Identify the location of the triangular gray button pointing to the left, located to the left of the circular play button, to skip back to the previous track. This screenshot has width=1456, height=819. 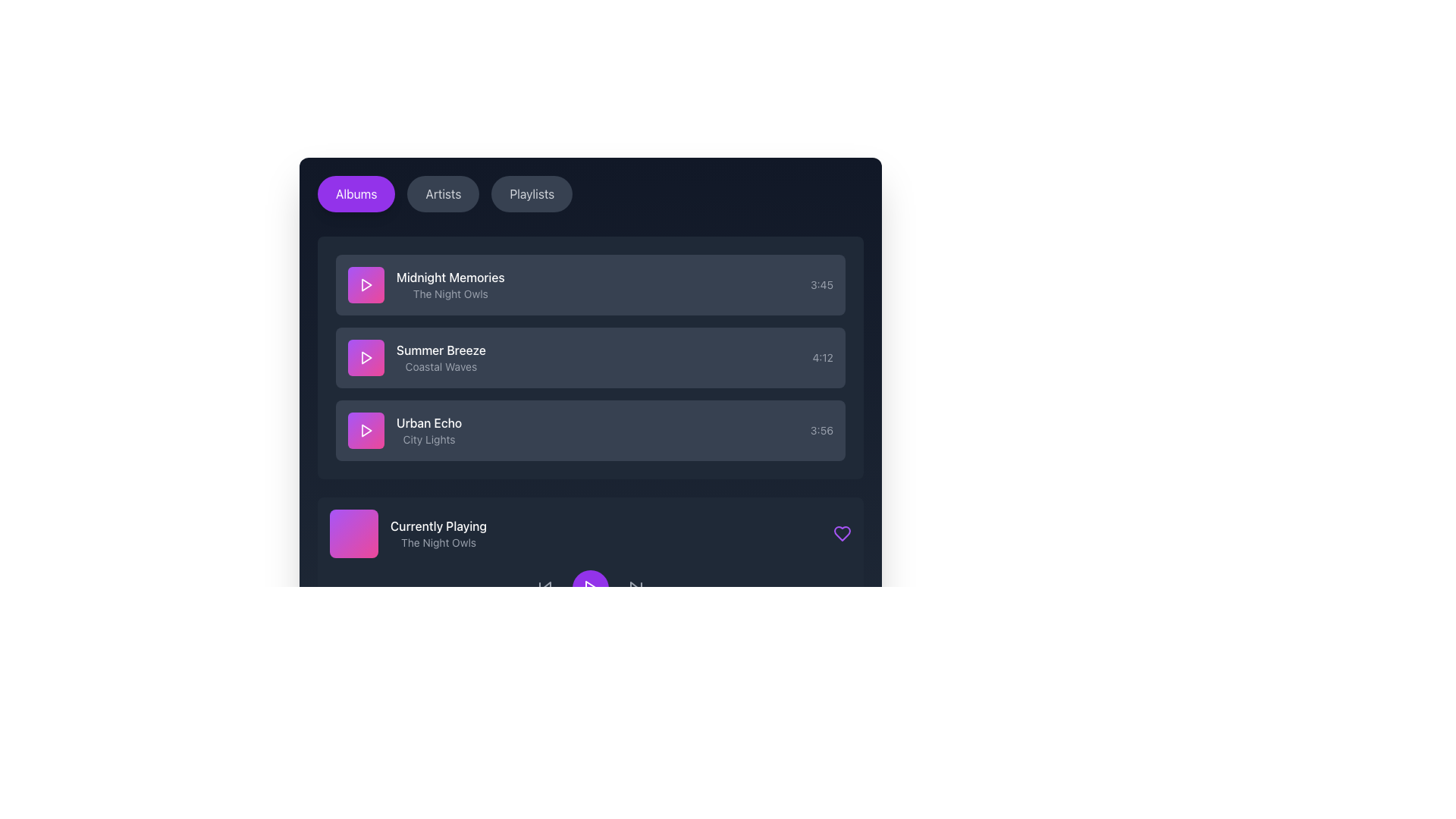
(545, 587).